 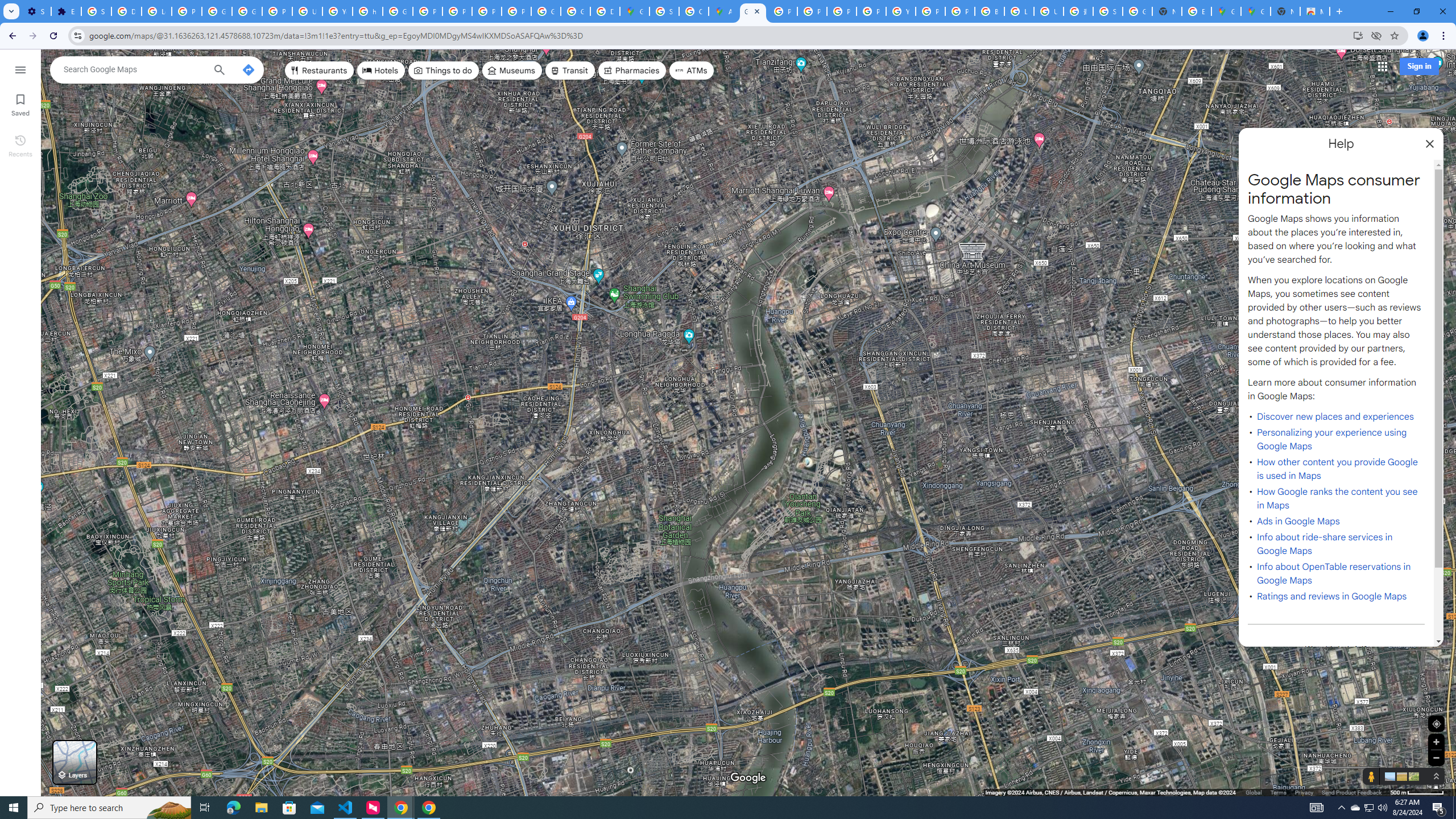 What do you see at coordinates (1358, 35) in the screenshot?
I see `'Install Google Maps'` at bounding box center [1358, 35].